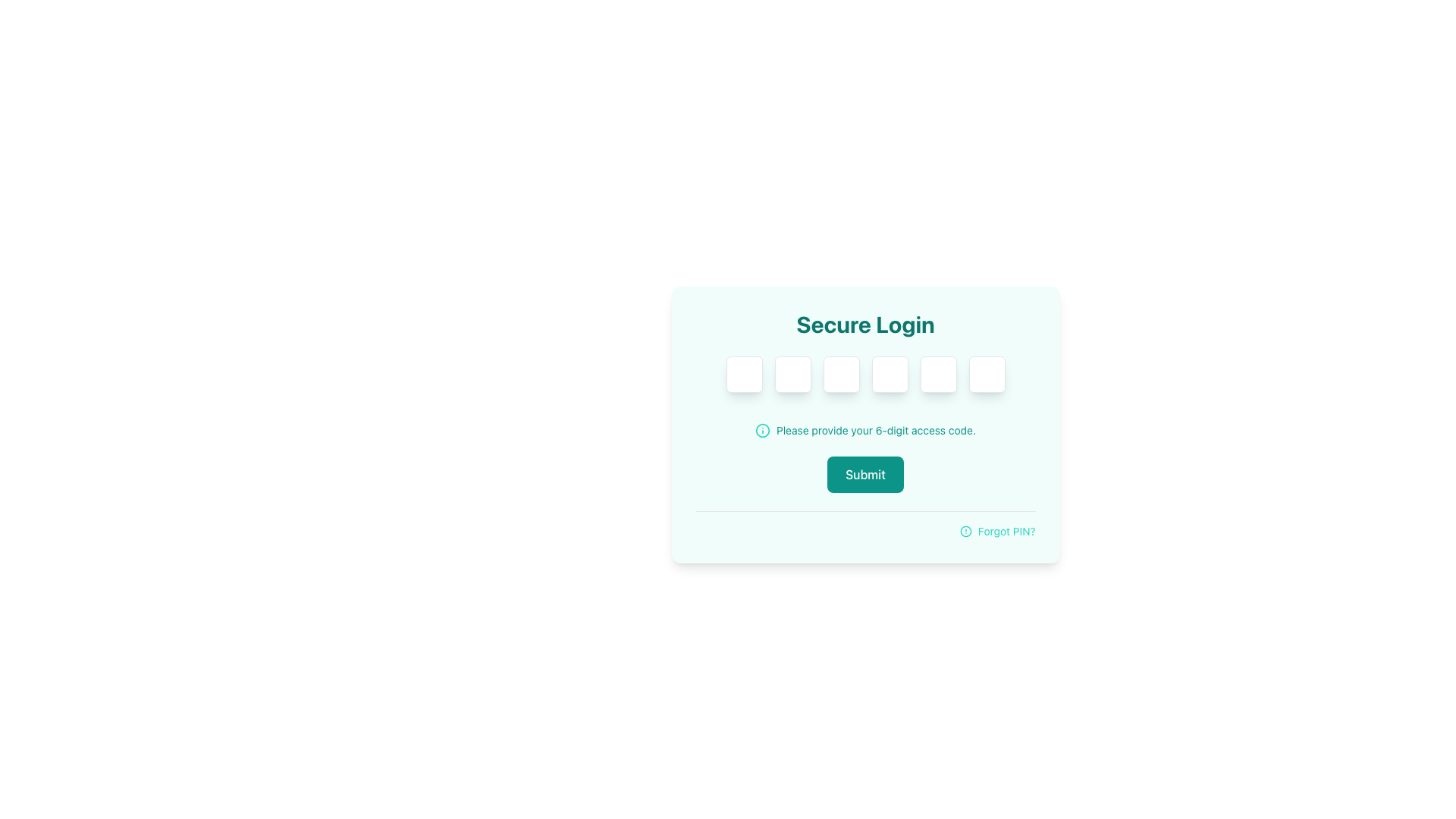  I want to click on the text label displaying 'Forgot PIN?' located in the bottom-right corner of the interface, adjacent to a circular alert icon, so click(1006, 531).